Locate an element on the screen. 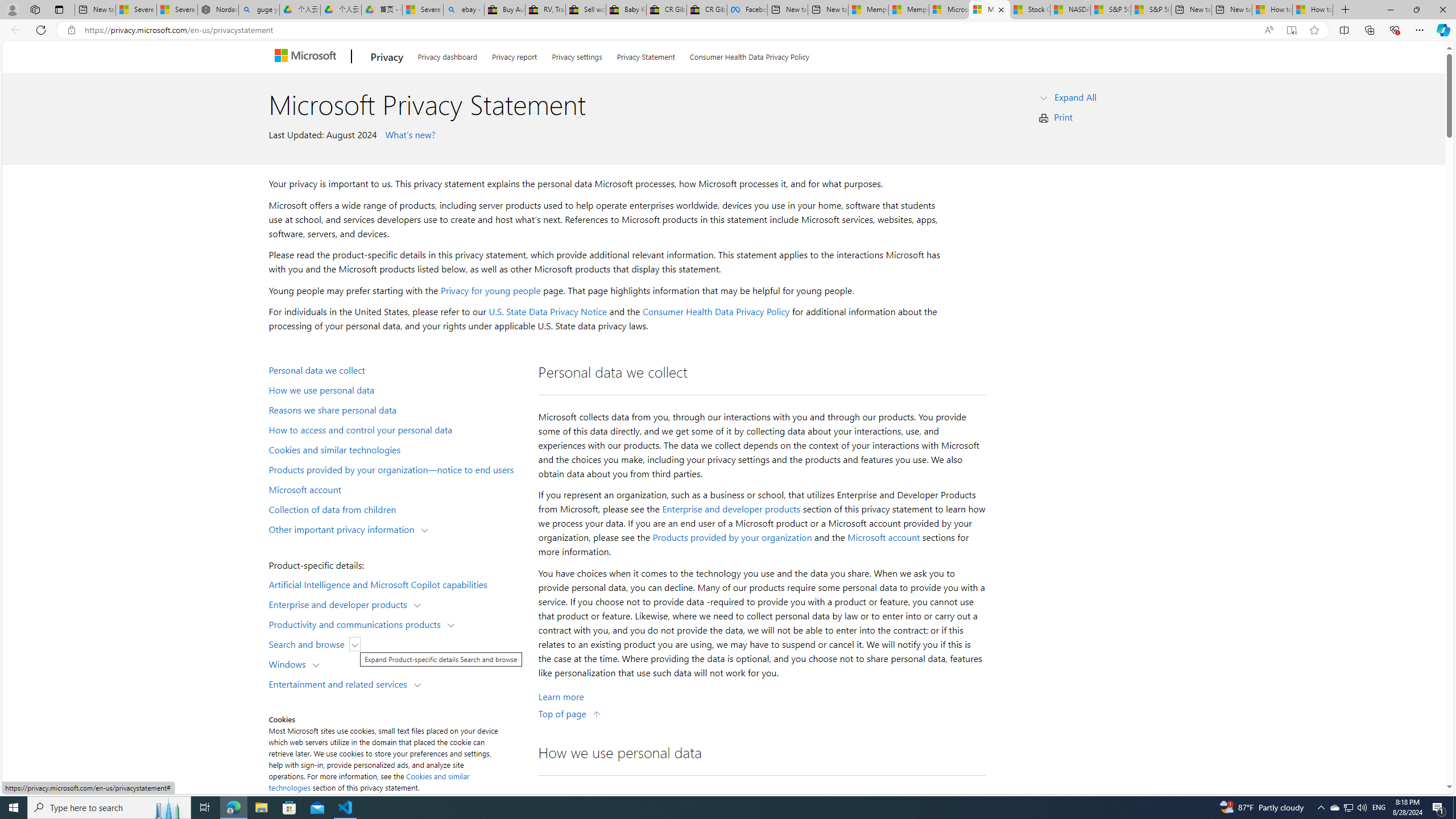 Image resolution: width=1456 pixels, height=819 pixels. 'How to Use a Monitor With Your Closed Laptop' is located at coordinates (1312, 9).